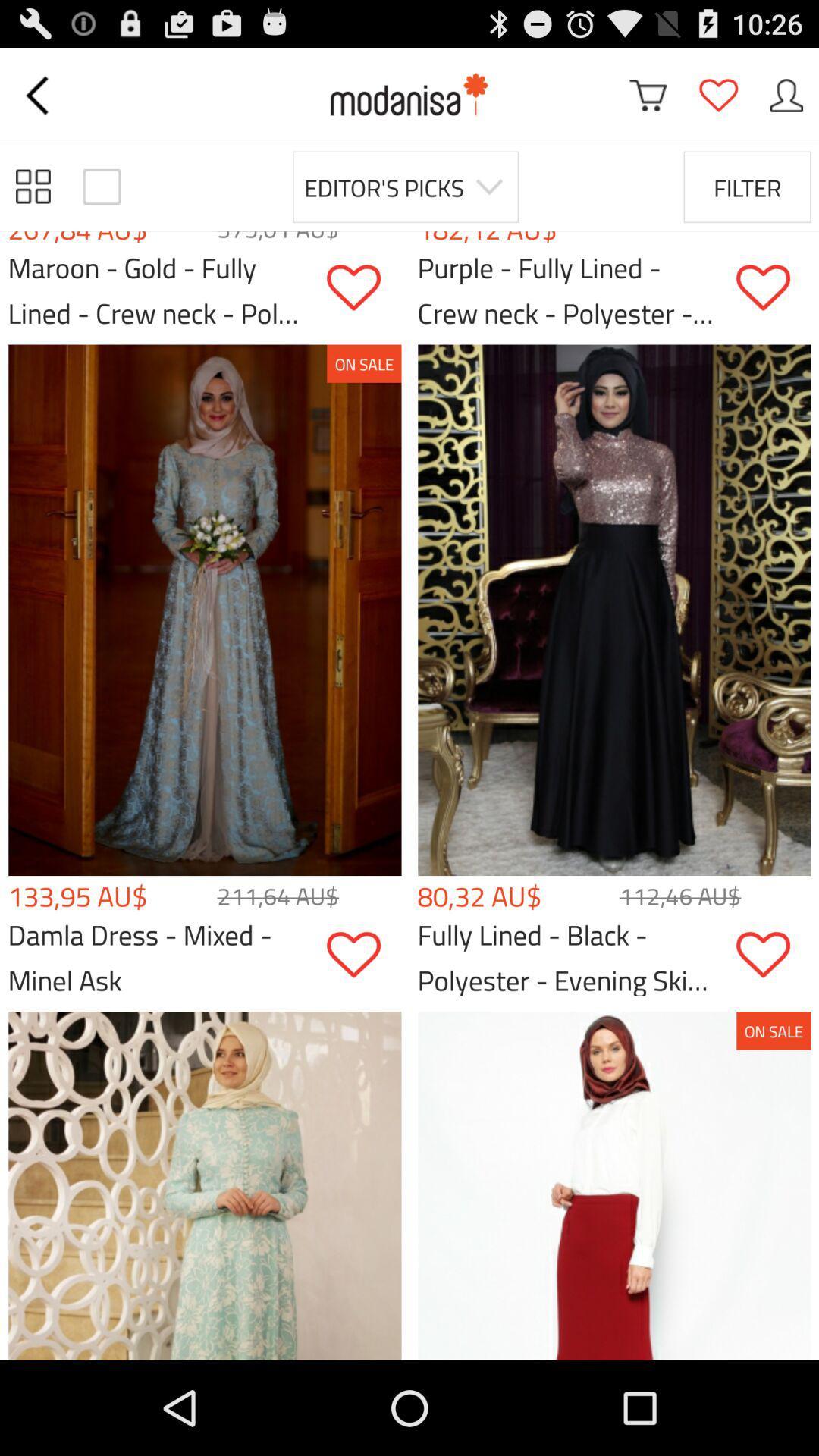 The width and height of the screenshot is (819, 1456). I want to click on the favourate, so click(717, 94).